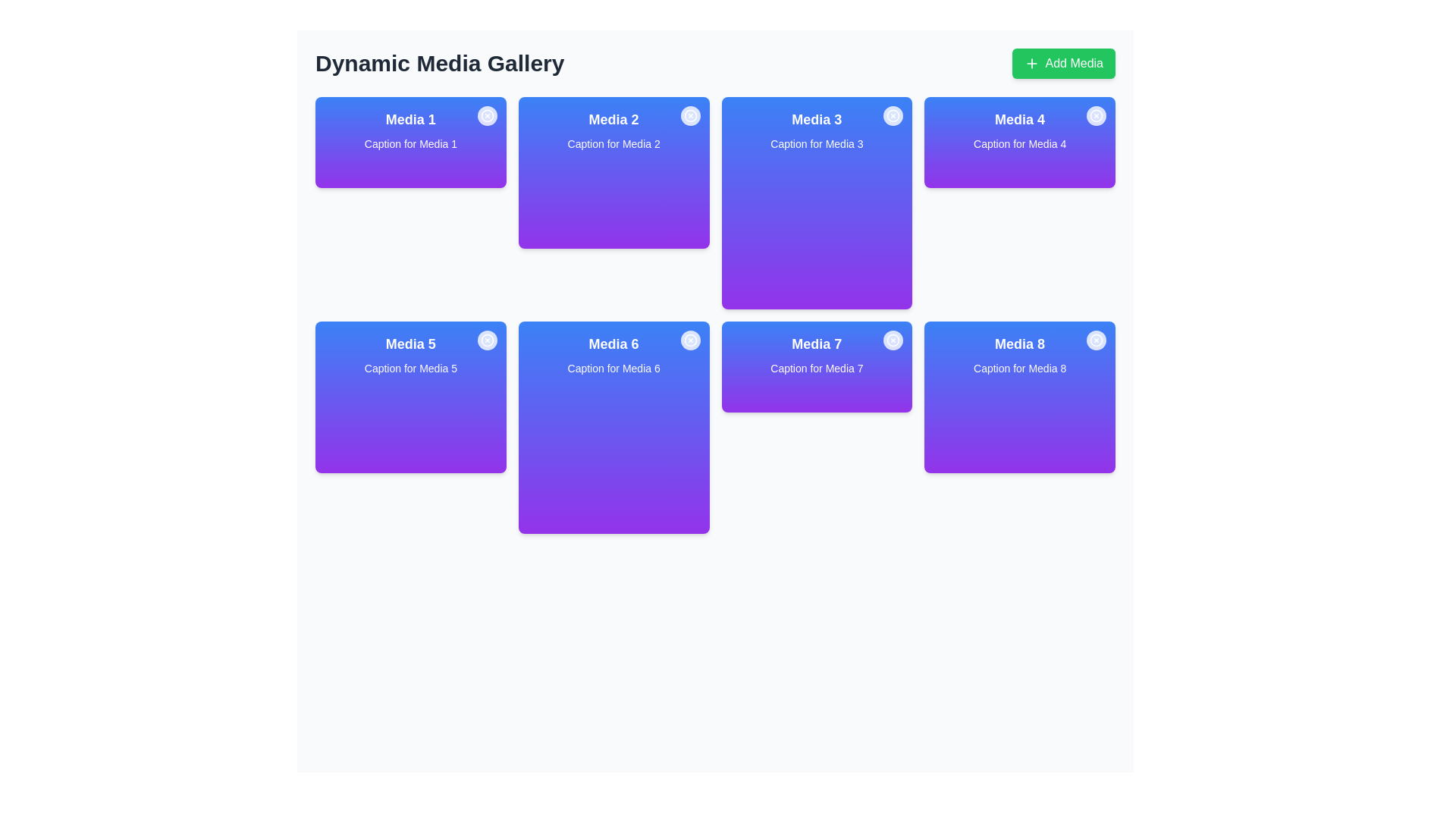 Image resolution: width=1456 pixels, height=819 pixels. Describe the element at coordinates (893, 339) in the screenshot. I see `the icon-based button resembling a circle with a stylized cross inside it located at the top-right corner of the 'Media 7' card` at that location.